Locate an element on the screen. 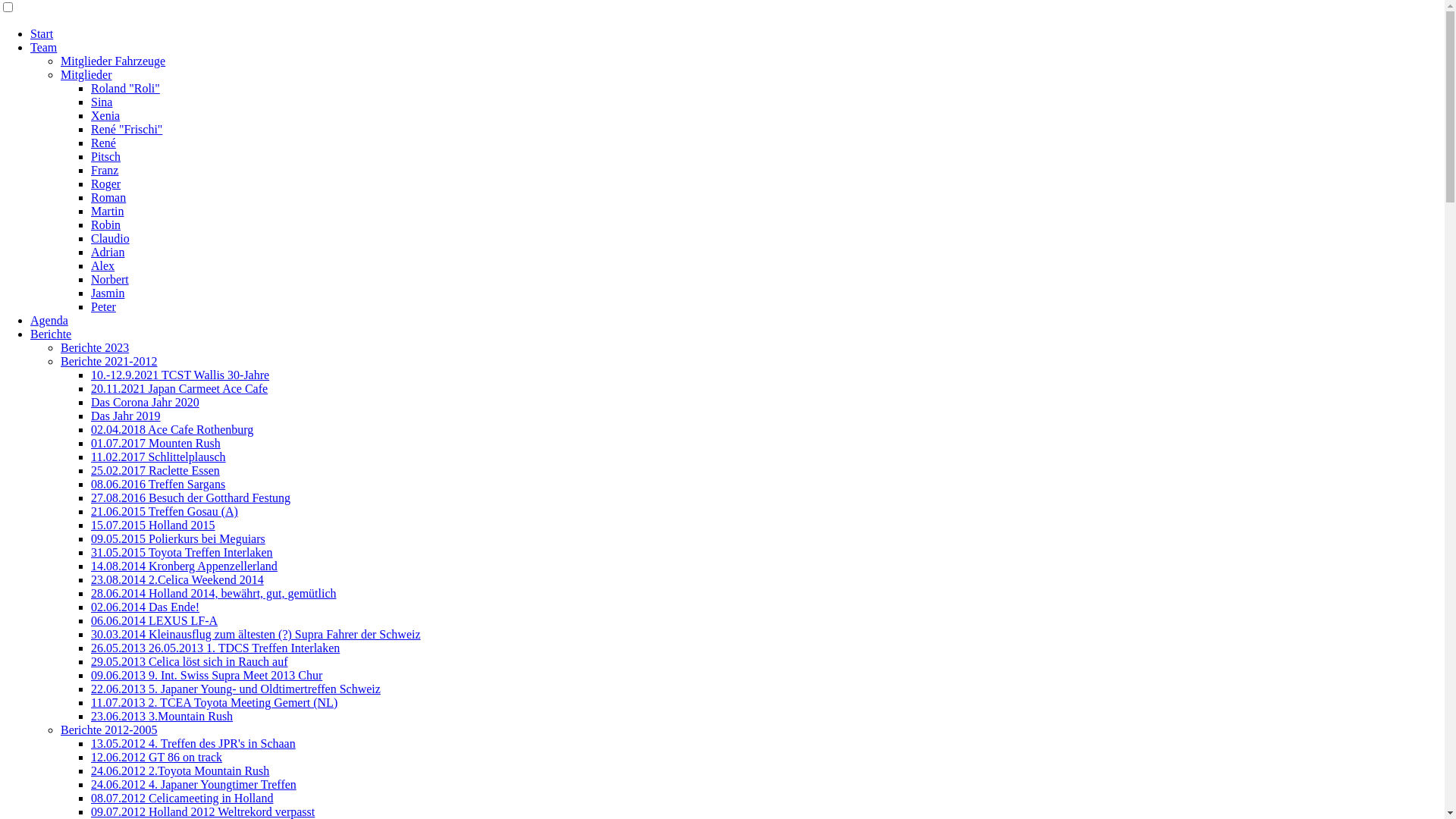 The height and width of the screenshot is (819, 1456). 'Alex' is located at coordinates (102, 265).